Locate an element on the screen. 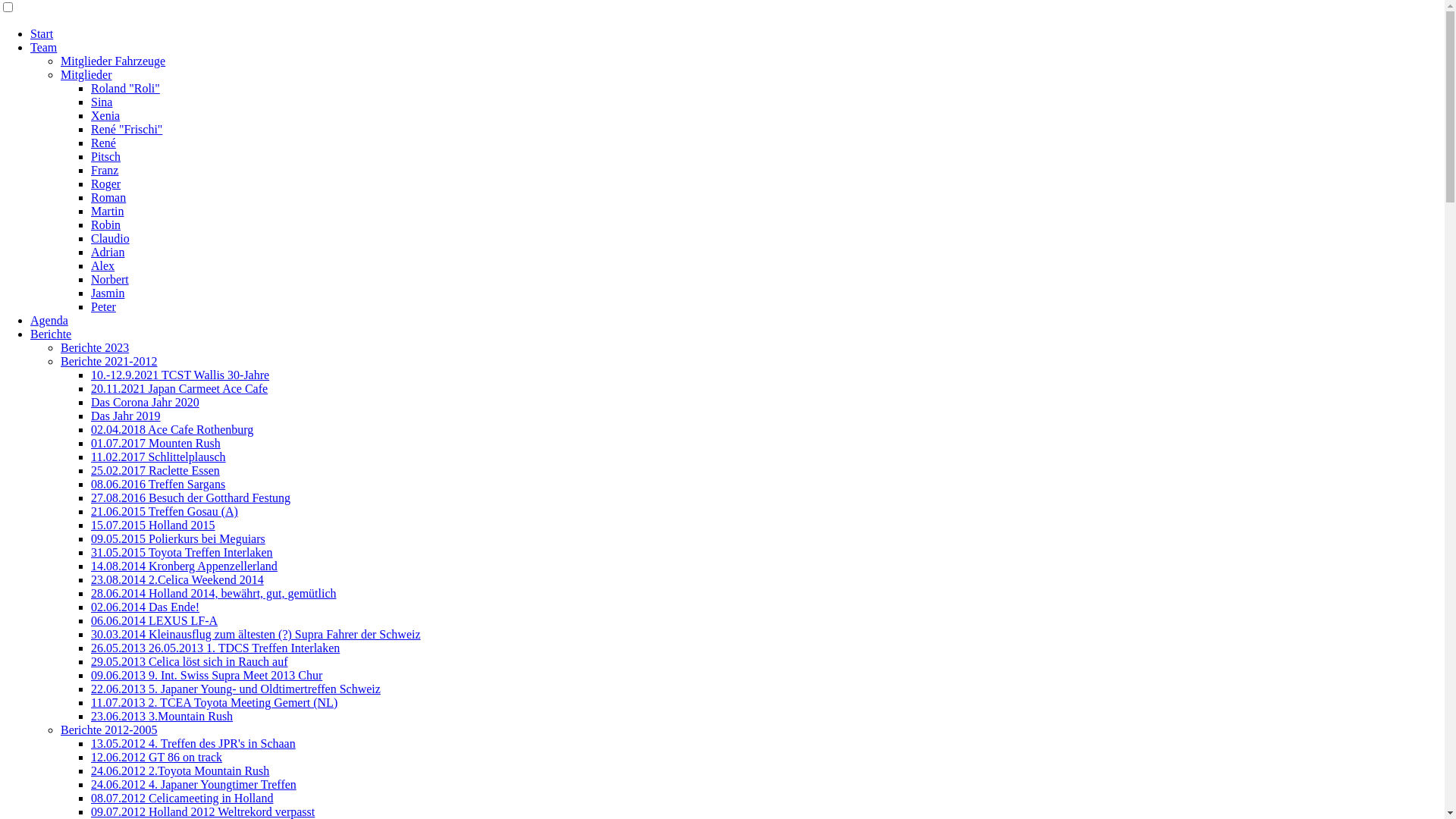 The height and width of the screenshot is (819, 1456). 'Alex' is located at coordinates (102, 265).